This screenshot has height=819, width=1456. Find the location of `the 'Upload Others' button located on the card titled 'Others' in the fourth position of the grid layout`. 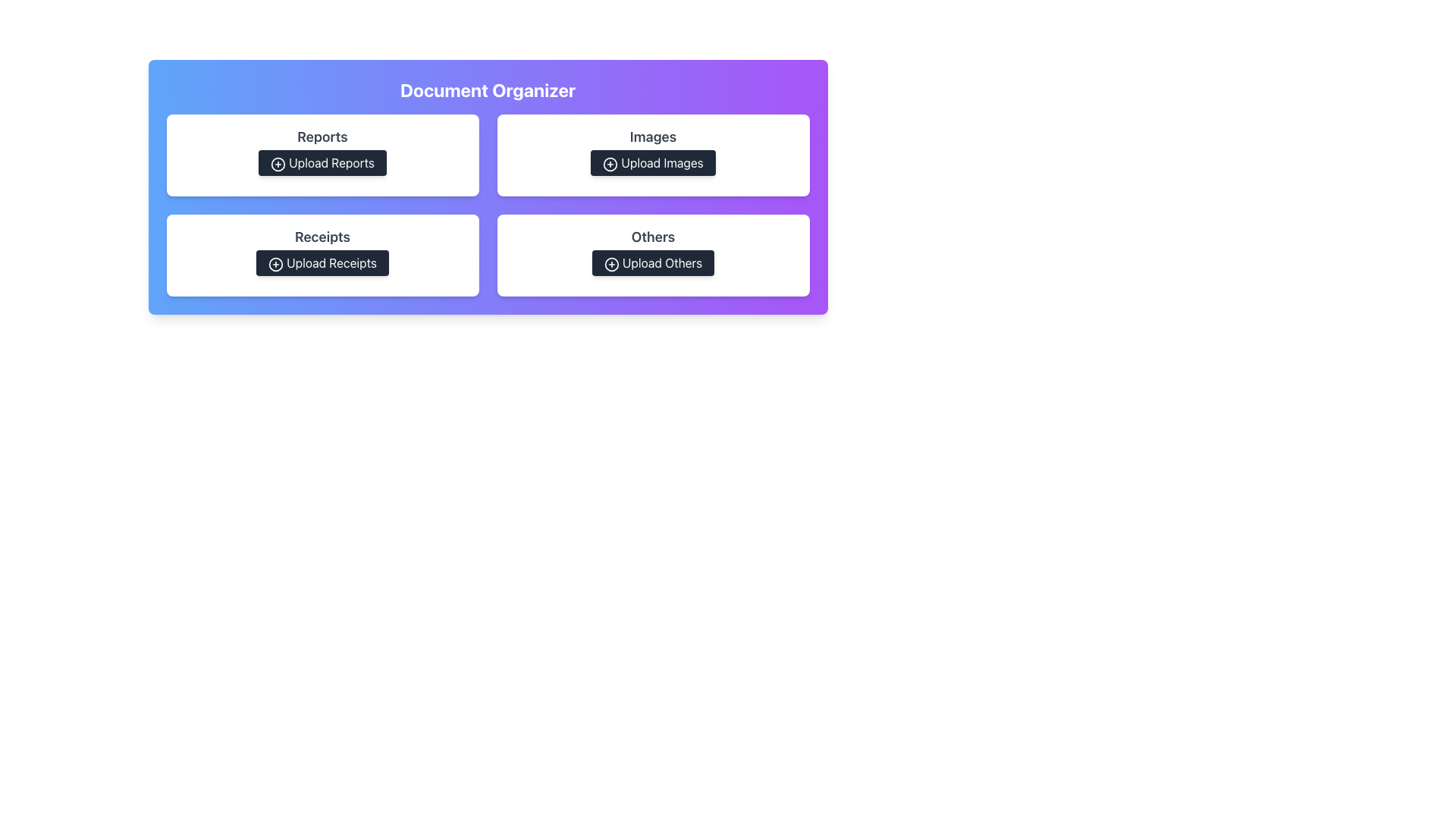

the 'Upload Others' button located on the card titled 'Others' in the fourth position of the grid layout is located at coordinates (653, 254).